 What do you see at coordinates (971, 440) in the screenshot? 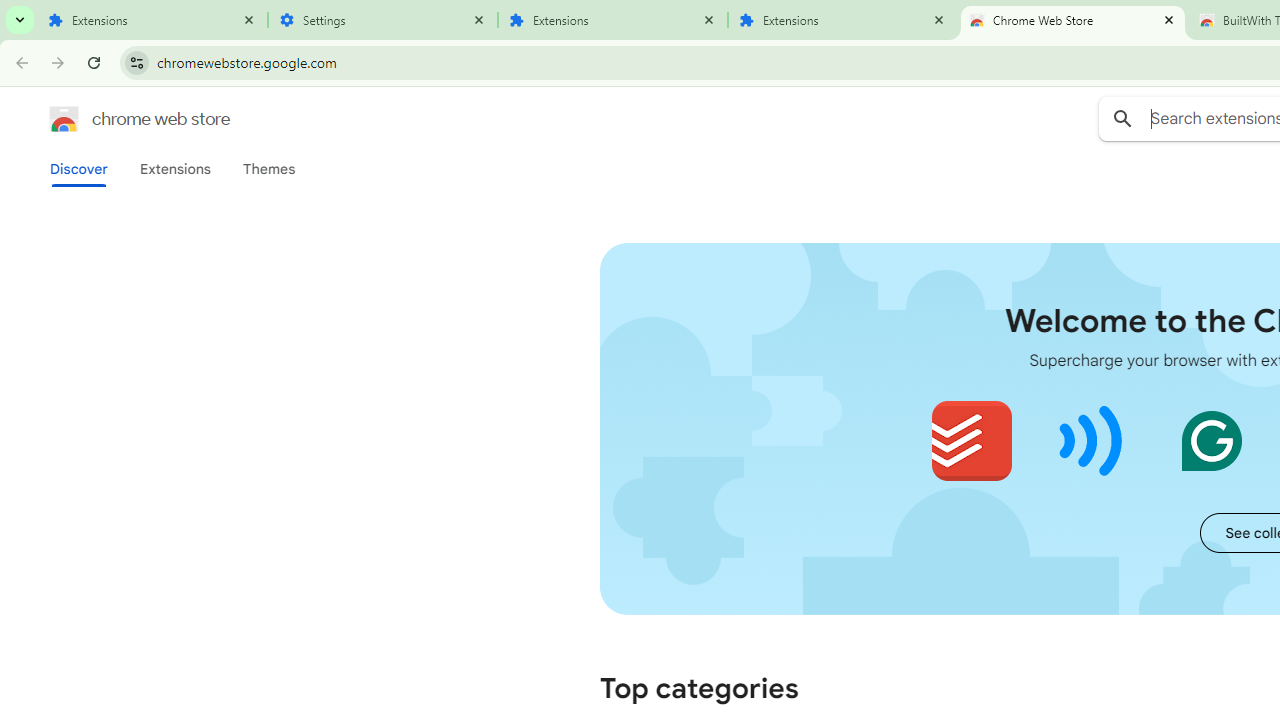
I see `'Todoist for Chrome'` at bounding box center [971, 440].